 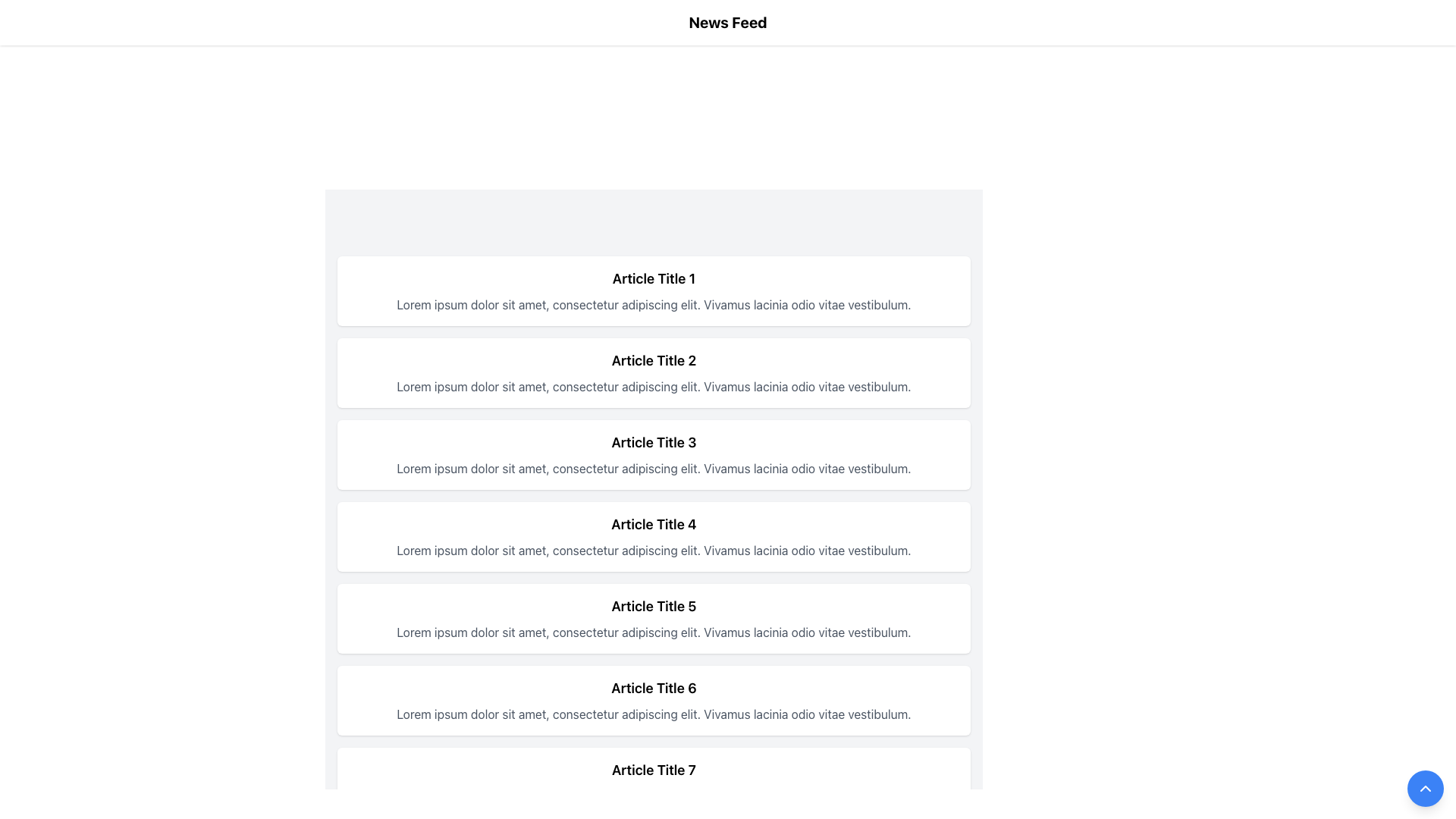 I want to click on the List Item containing the text 'Article Title 7' to read more, so click(x=654, y=783).